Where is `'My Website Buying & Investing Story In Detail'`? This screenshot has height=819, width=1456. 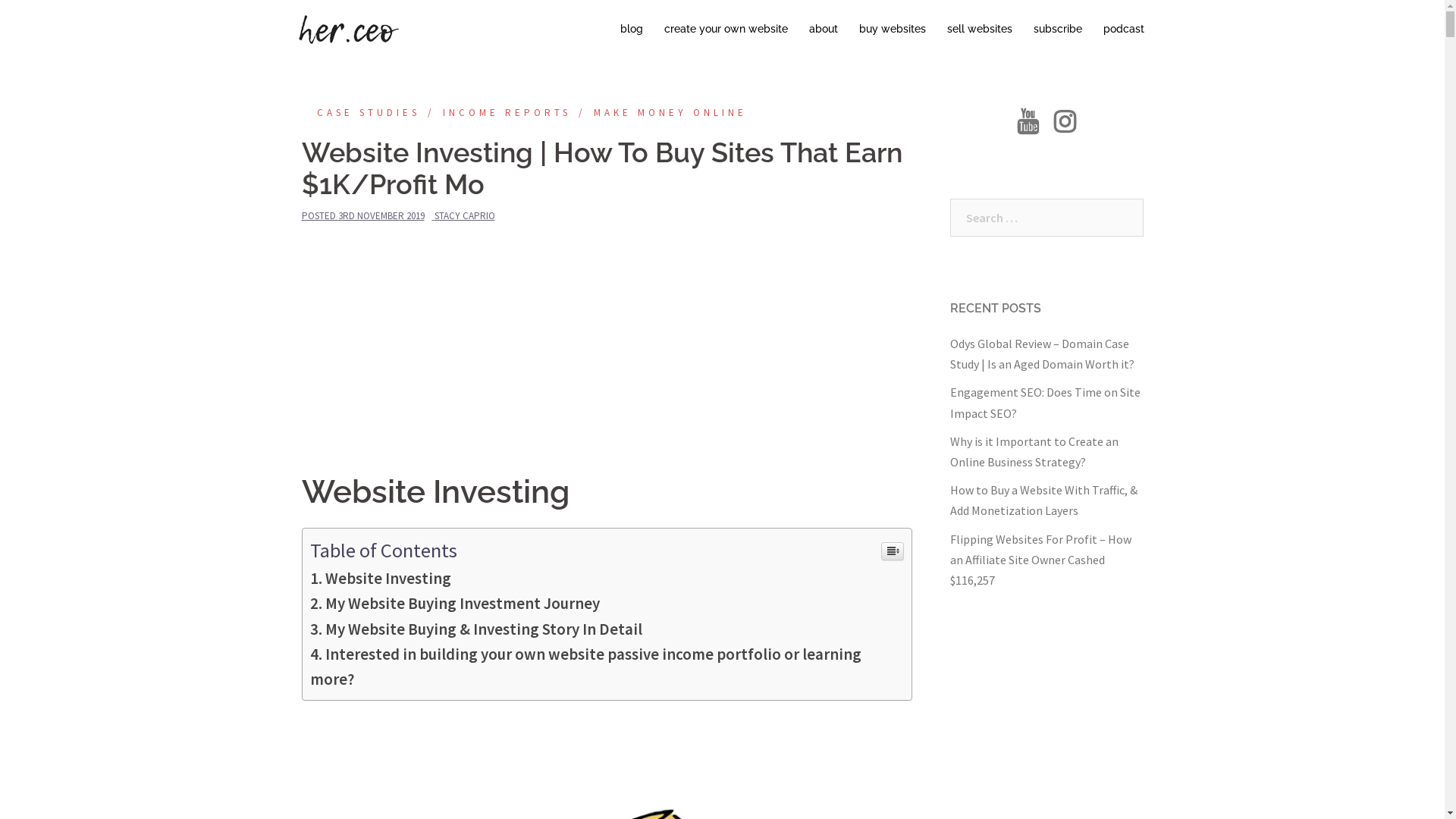
'My Website Buying & Investing Story In Detail' is located at coordinates (475, 629).